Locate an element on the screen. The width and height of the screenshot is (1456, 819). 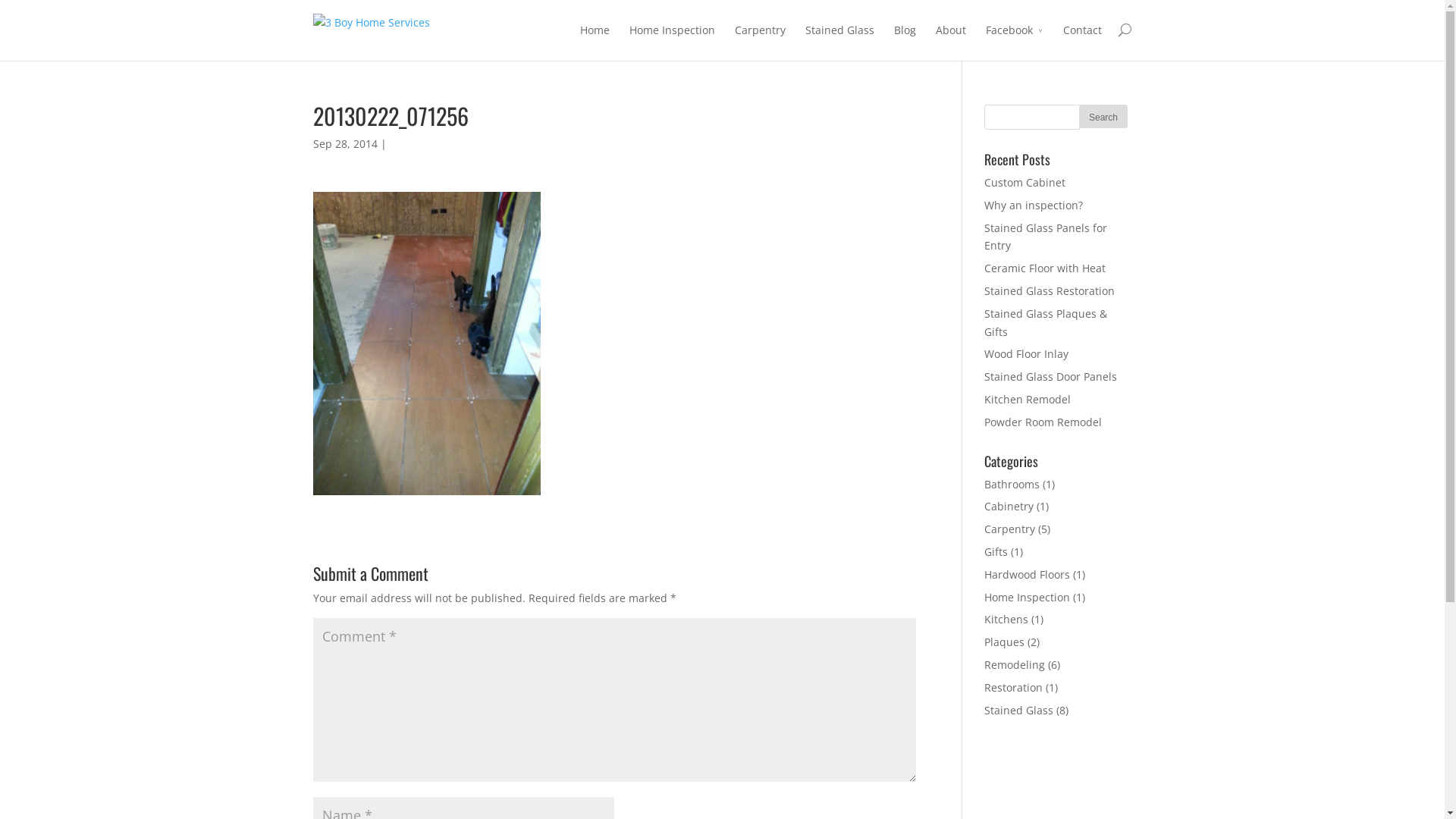
'Ceramic Floor with Heat' is located at coordinates (984, 267).